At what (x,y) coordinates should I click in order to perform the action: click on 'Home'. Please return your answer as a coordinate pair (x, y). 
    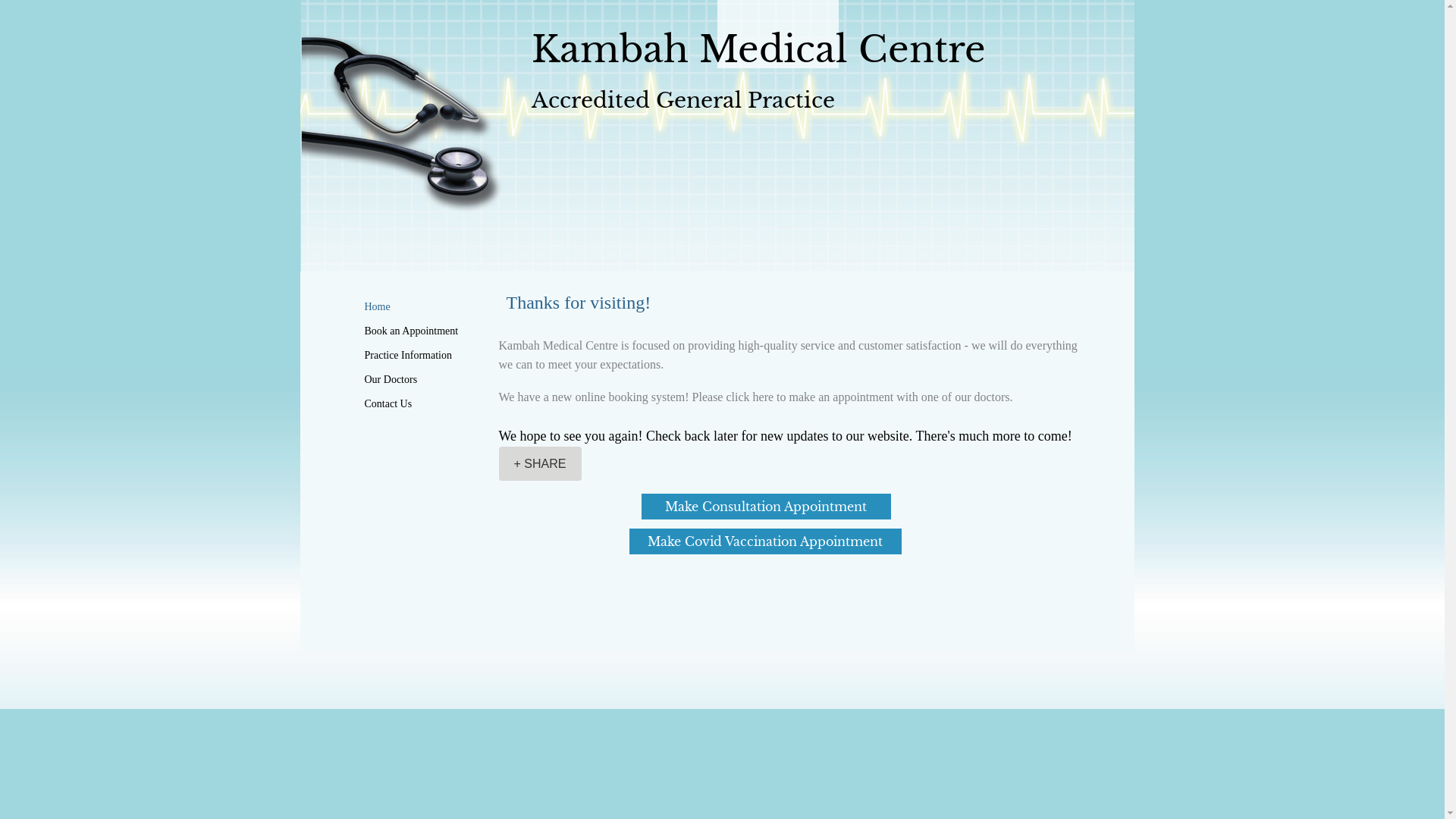
    Looking at the image, I should click on (356, 306).